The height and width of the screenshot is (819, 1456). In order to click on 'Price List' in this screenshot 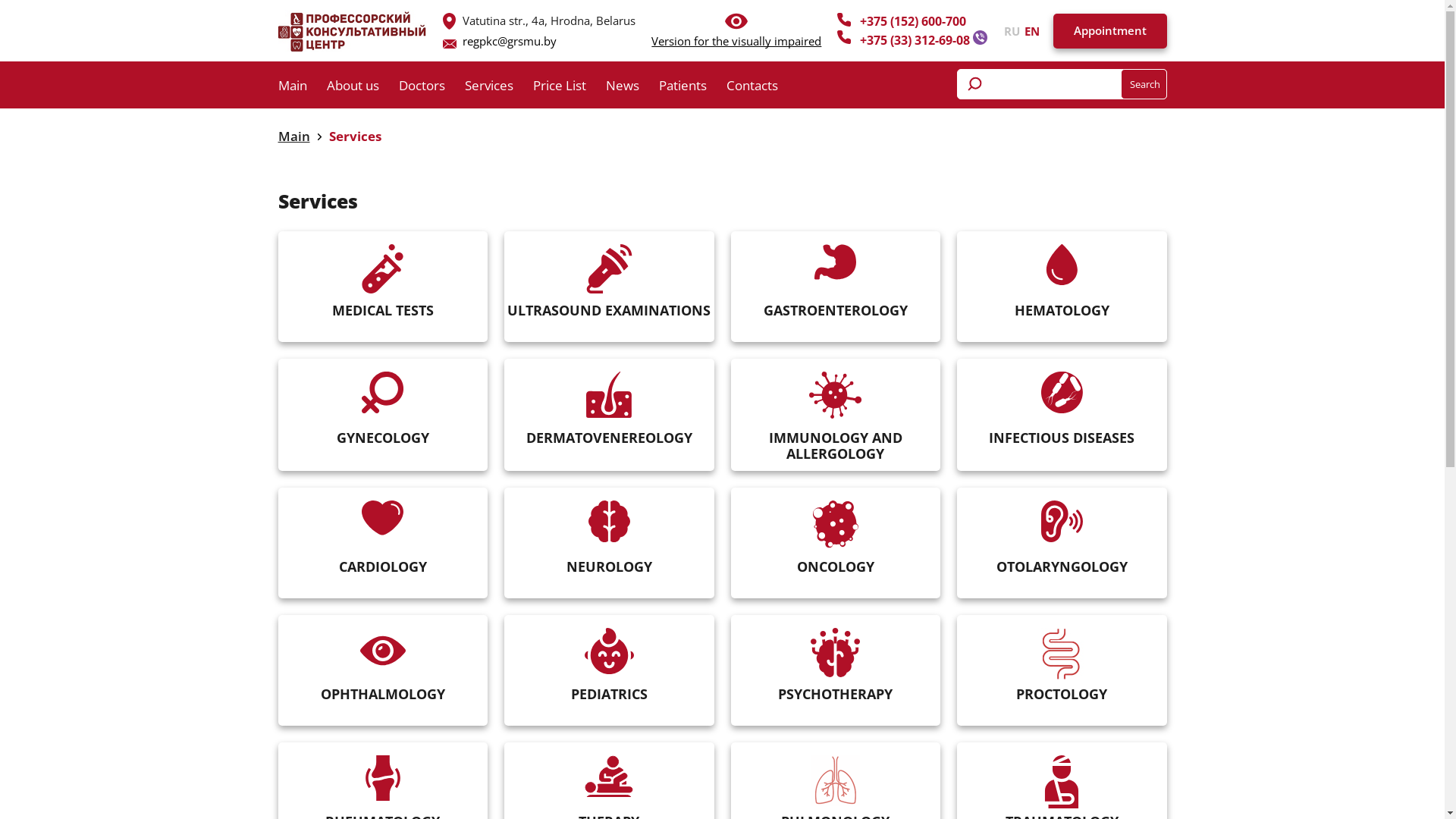, I will do `click(567, 88)`.